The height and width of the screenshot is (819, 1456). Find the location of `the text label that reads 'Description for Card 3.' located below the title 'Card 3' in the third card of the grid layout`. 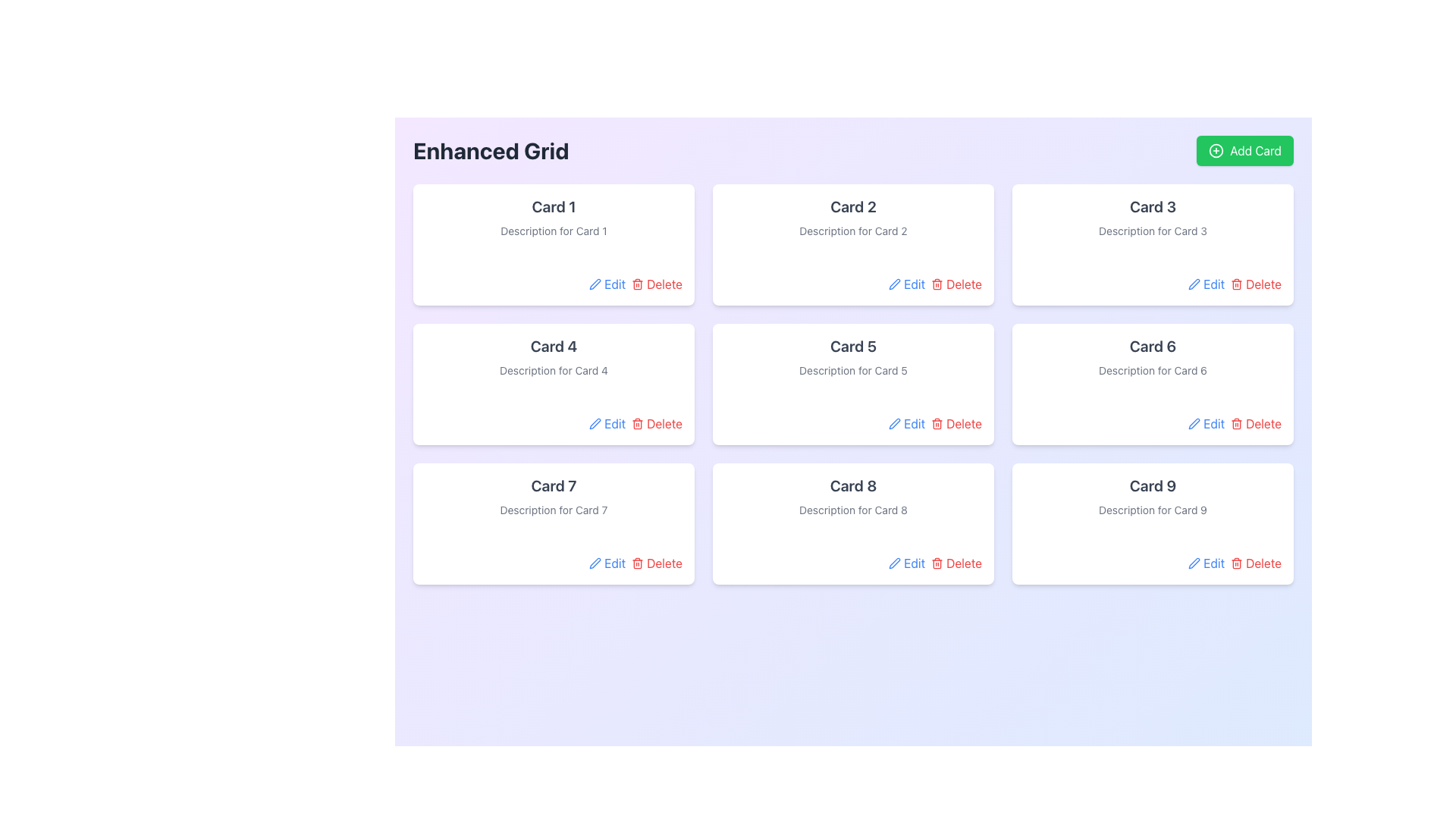

the text label that reads 'Description for Card 3.' located below the title 'Card 3' in the third card of the grid layout is located at coordinates (1153, 231).